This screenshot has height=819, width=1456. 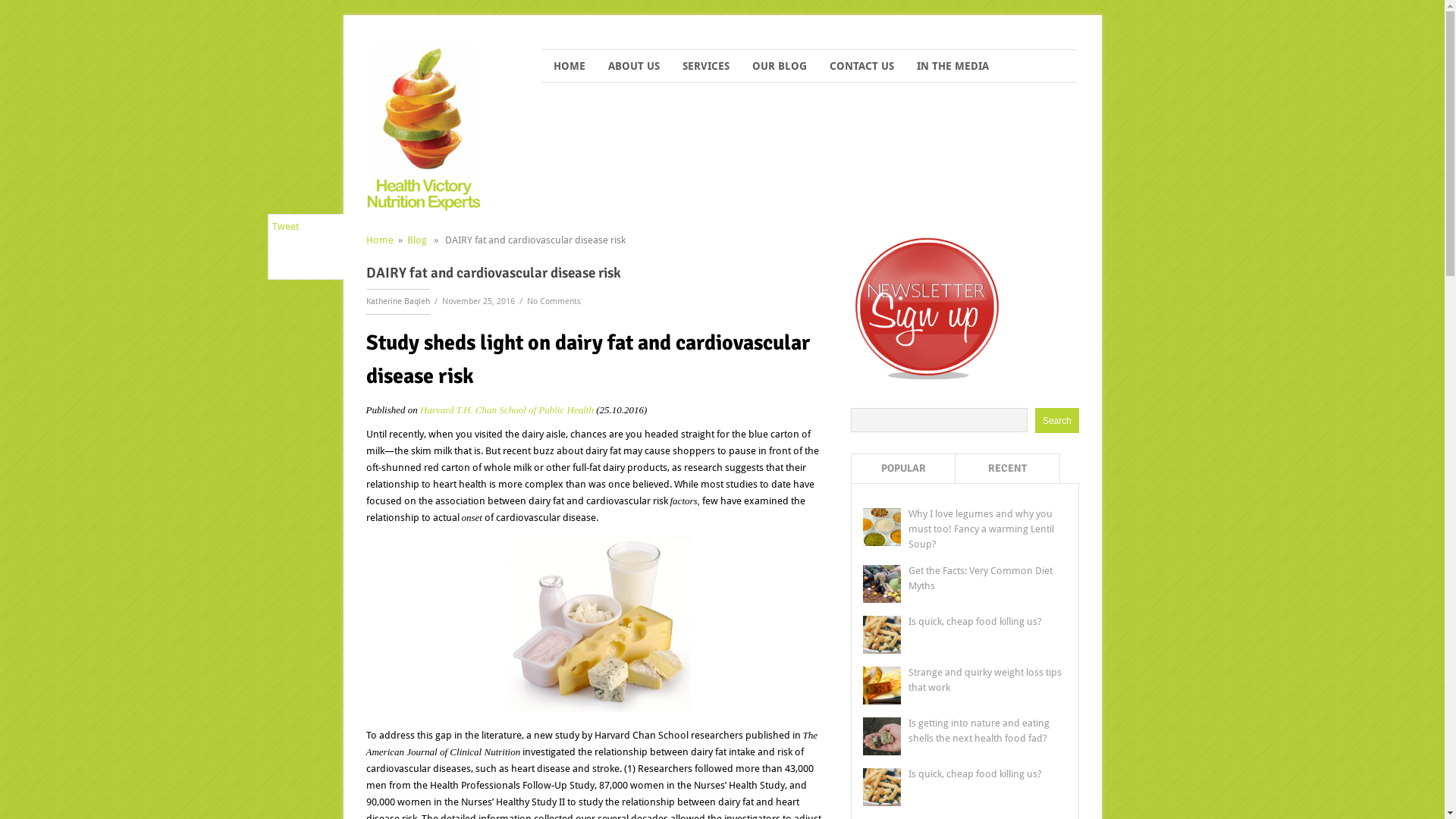 What do you see at coordinates (975, 621) in the screenshot?
I see `'Is quick, cheap food killing us?'` at bounding box center [975, 621].